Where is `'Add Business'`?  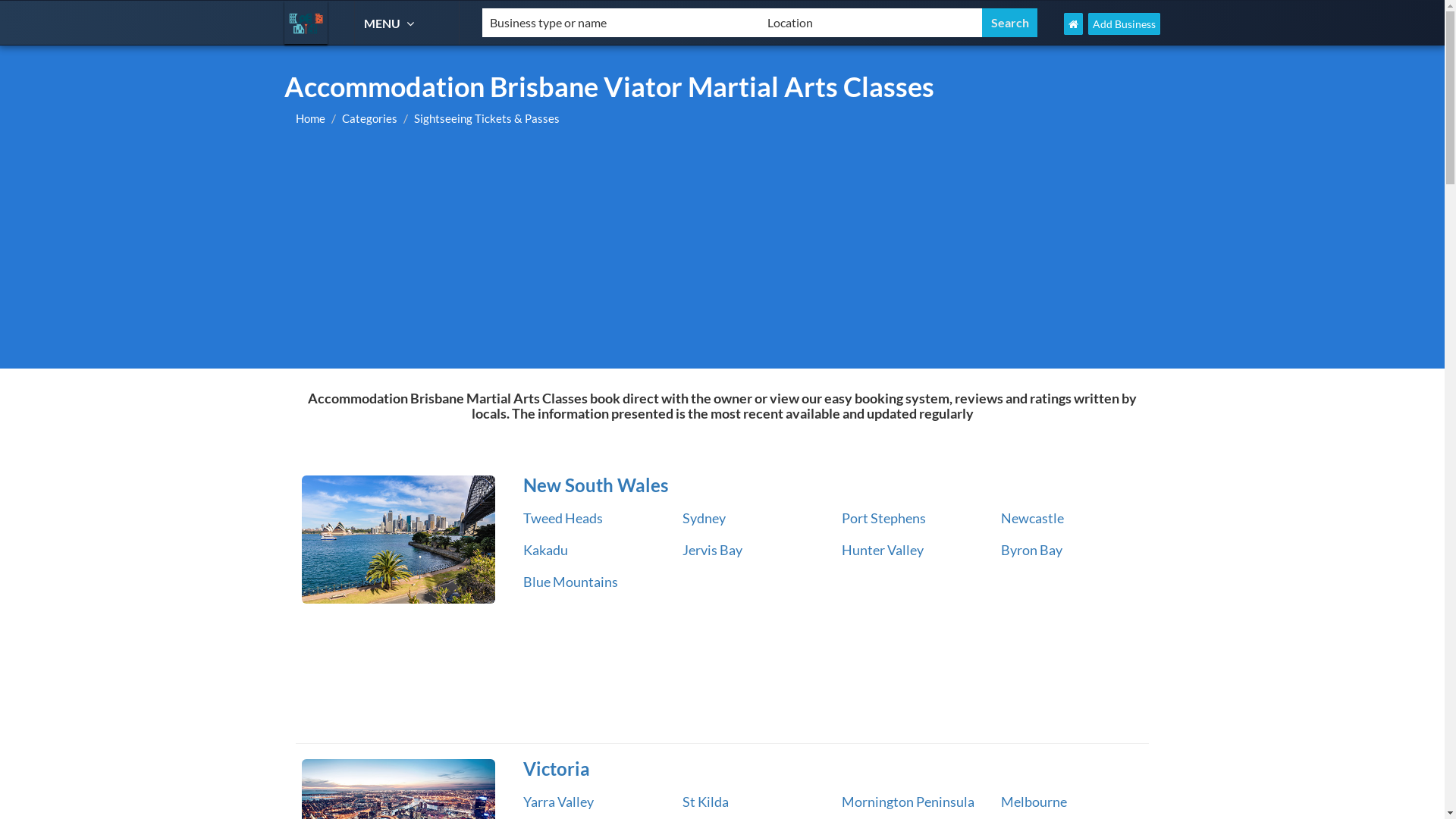 'Add Business' is located at coordinates (1124, 24).